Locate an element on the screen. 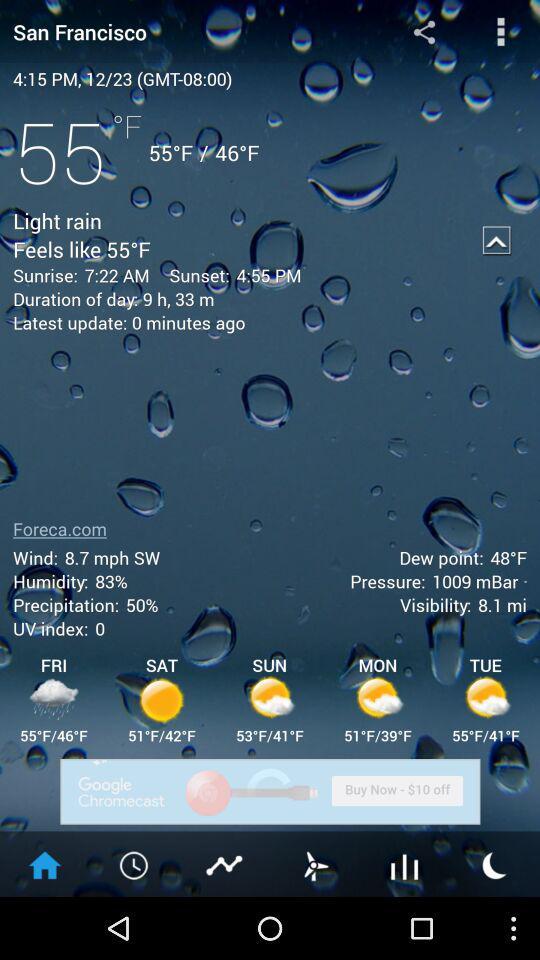 The height and width of the screenshot is (960, 540). graph is located at coordinates (224, 863).